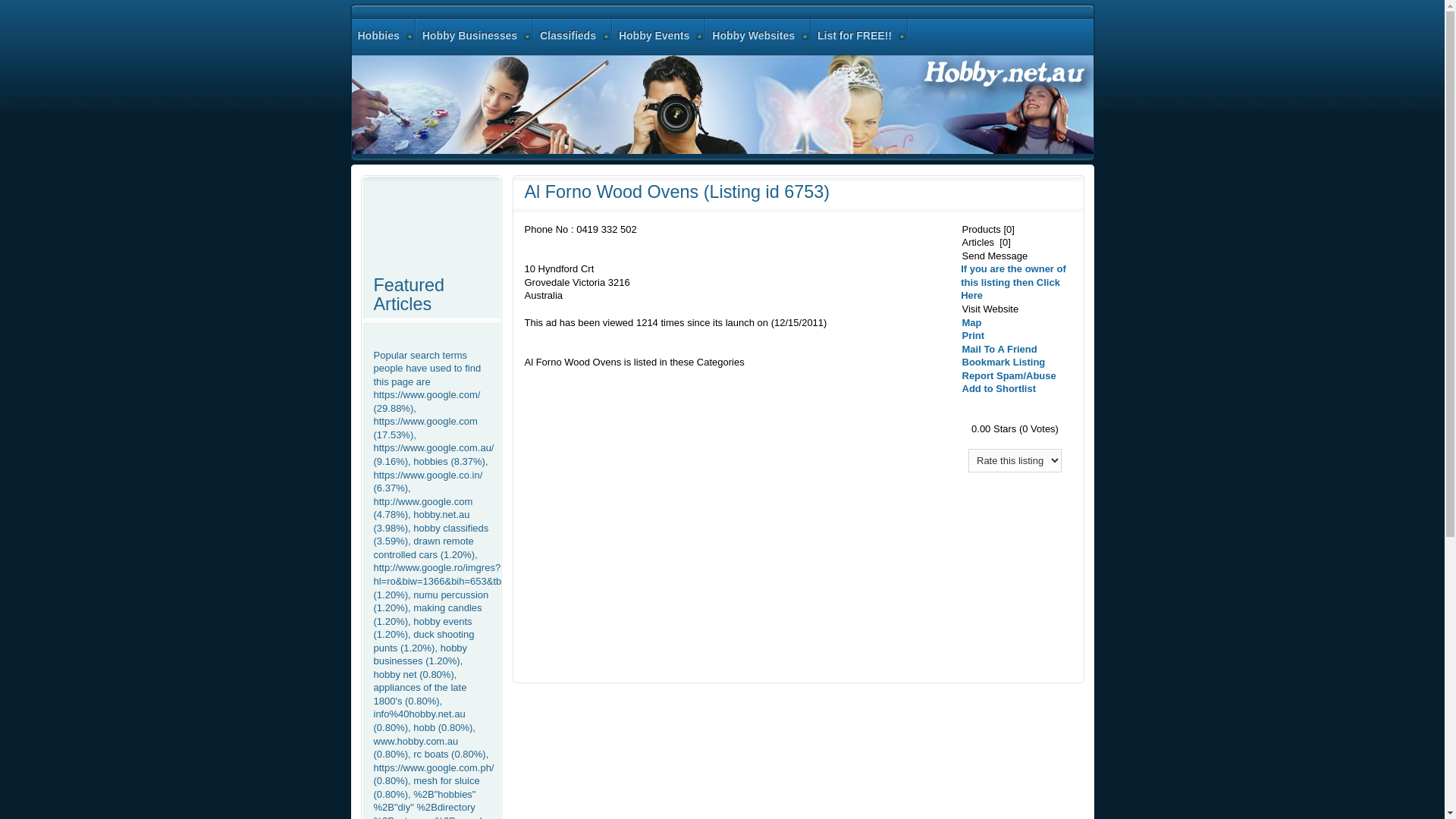 The width and height of the screenshot is (1456, 819). What do you see at coordinates (960, 388) in the screenshot?
I see `'Add to Shortlist'` at bounding box center [960, 388].